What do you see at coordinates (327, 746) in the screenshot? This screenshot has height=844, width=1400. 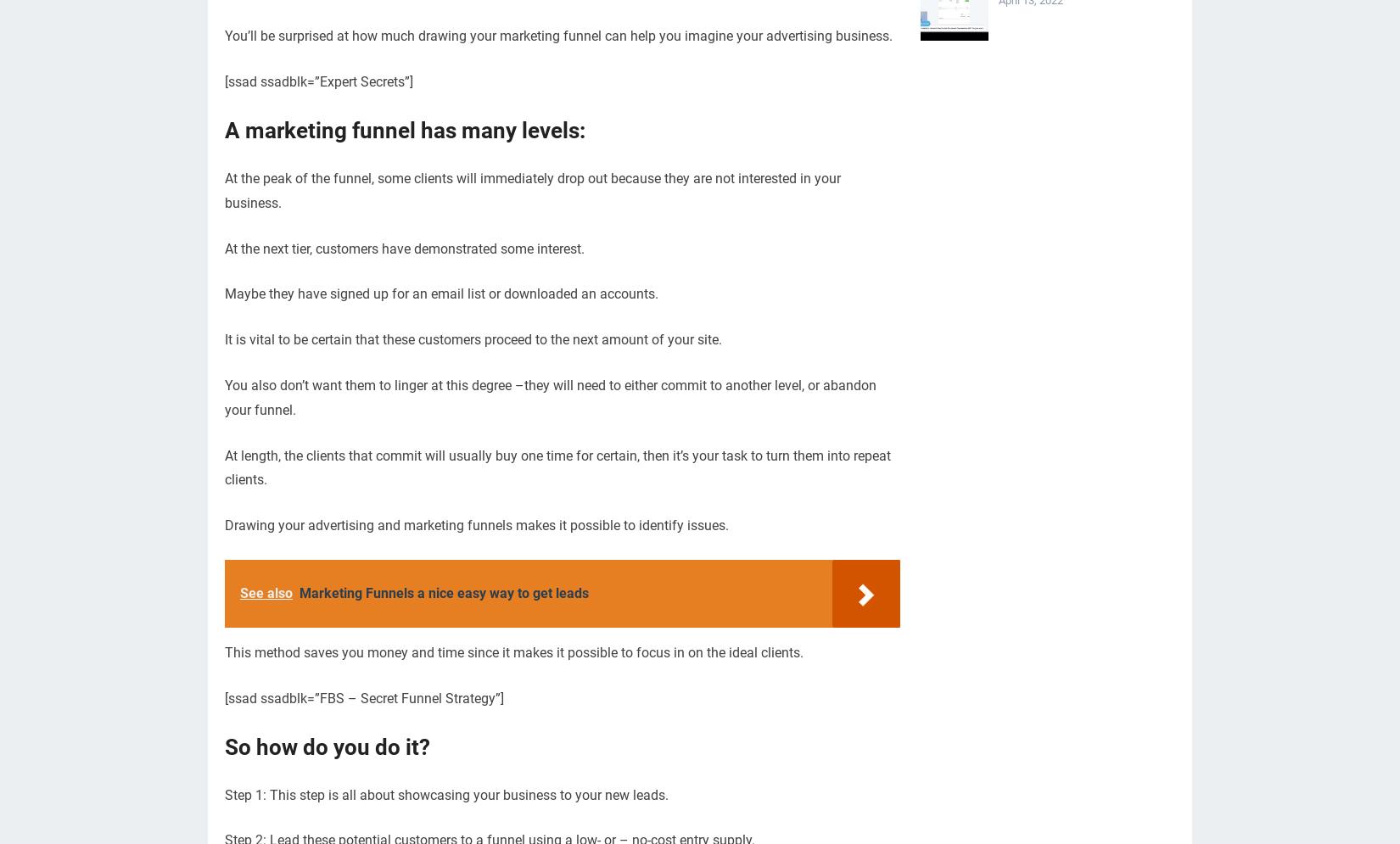 I see `'So how do you do it?'` at bounding box center [327, 746].